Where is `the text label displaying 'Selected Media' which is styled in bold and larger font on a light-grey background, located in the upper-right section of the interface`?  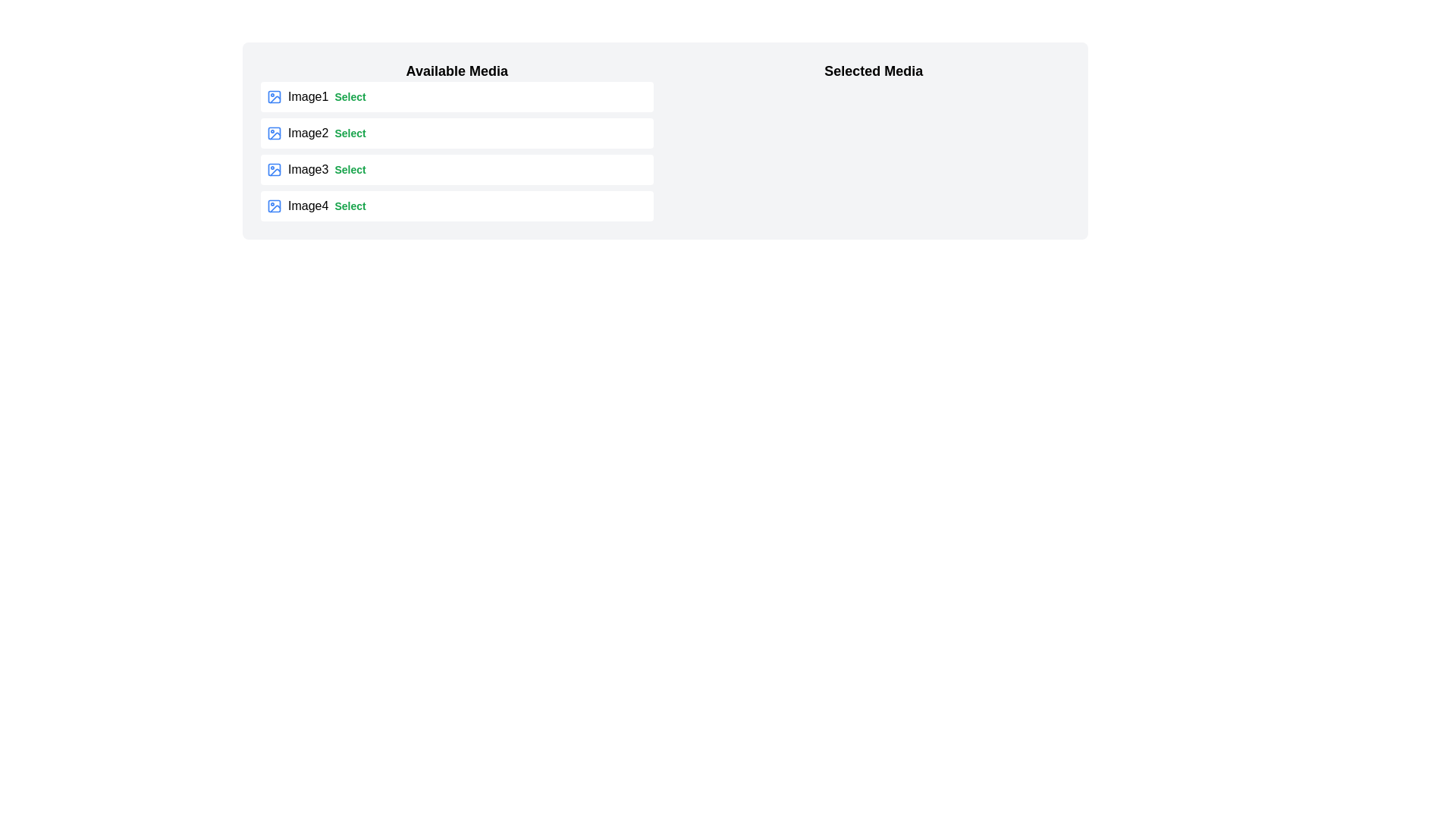
the text label displaying 'Selected Media' which is styled in bold and larger font on a light-grey background, located in the upper-right section of the interface is located at coordinates (874, 71).